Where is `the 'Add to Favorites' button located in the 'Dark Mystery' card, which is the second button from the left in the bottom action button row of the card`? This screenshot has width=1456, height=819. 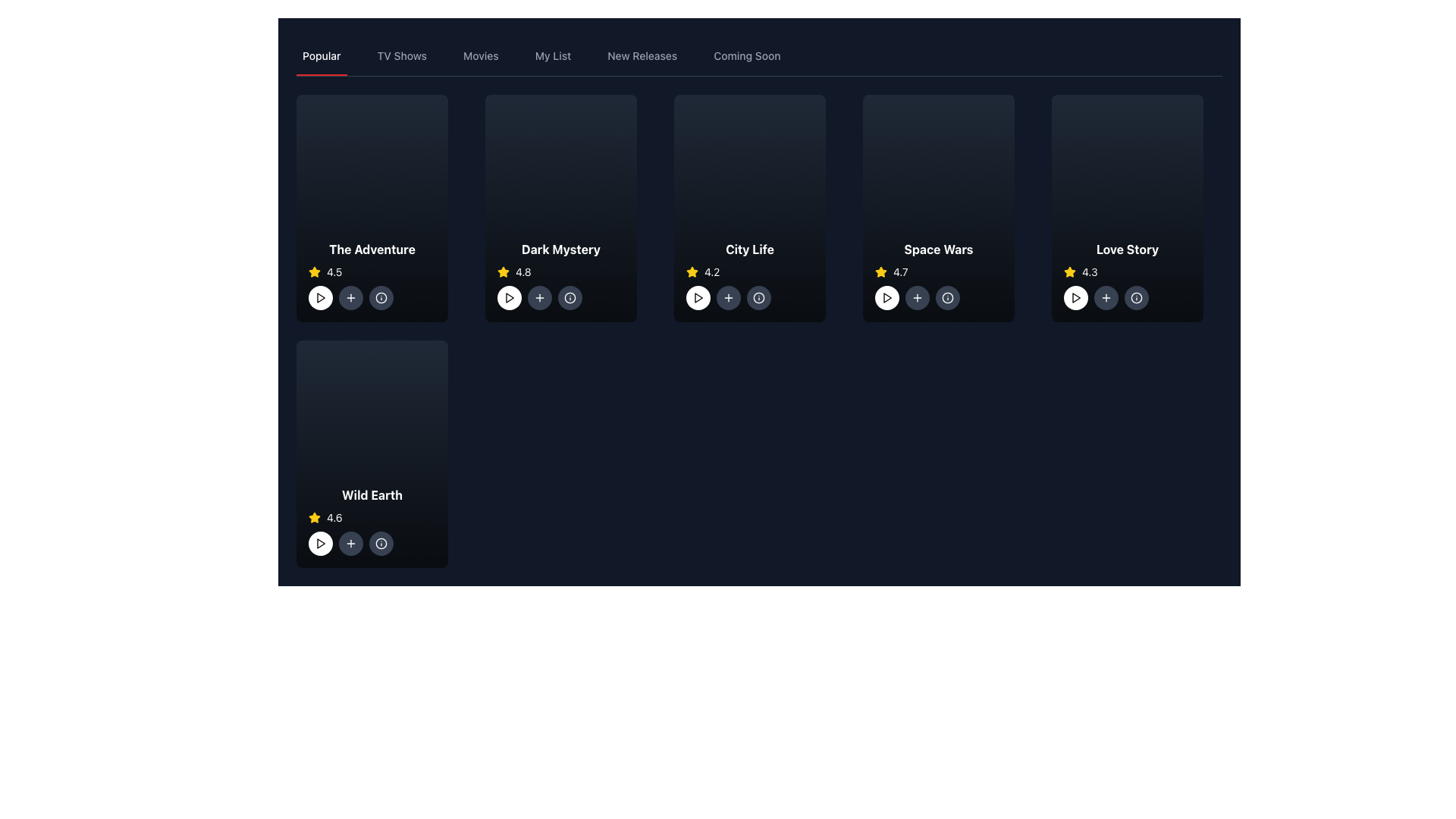
the 'Add to Favorites' button located in the 'Dark Mystery' card, which is the second button from the left in the bottom action button row of the card is located at coordinates (539, 298).